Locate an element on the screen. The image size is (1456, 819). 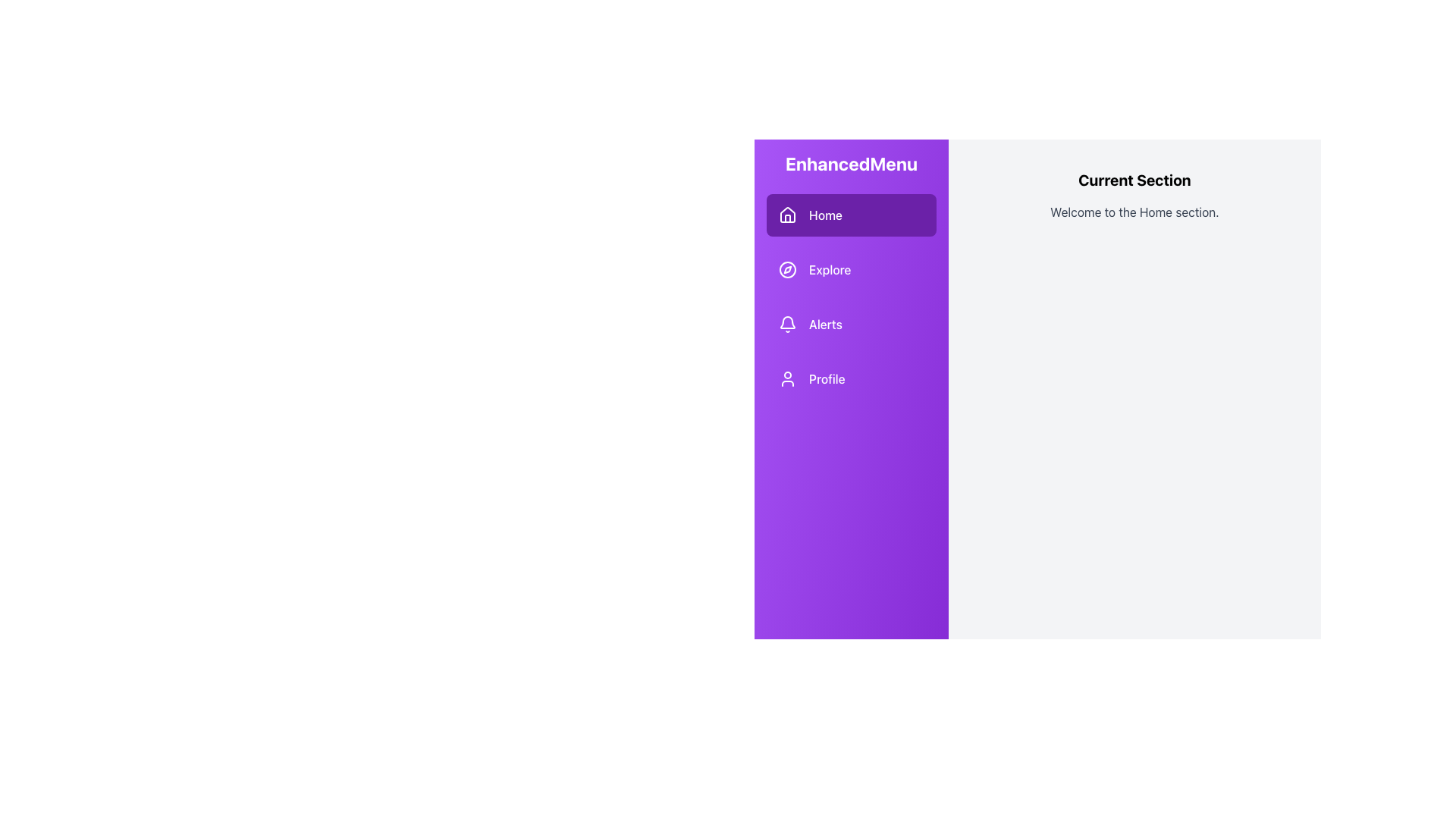
the 'Home' navigation icon located in the sidebar at the topmost option is located at coordinates (787, 215).